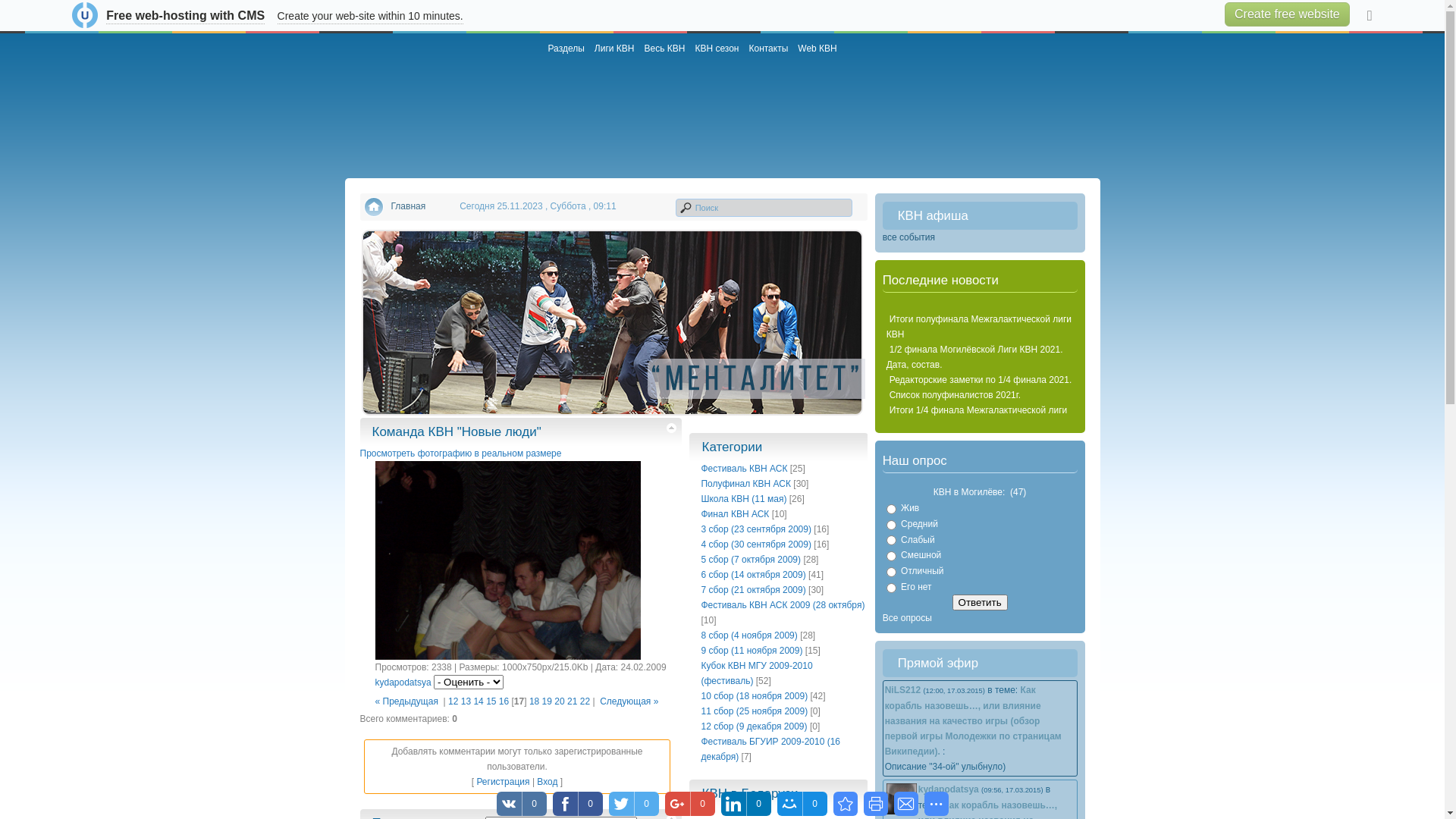 This screenshot has height=819, width=1456. I want to click on '21', so click(571, 701).